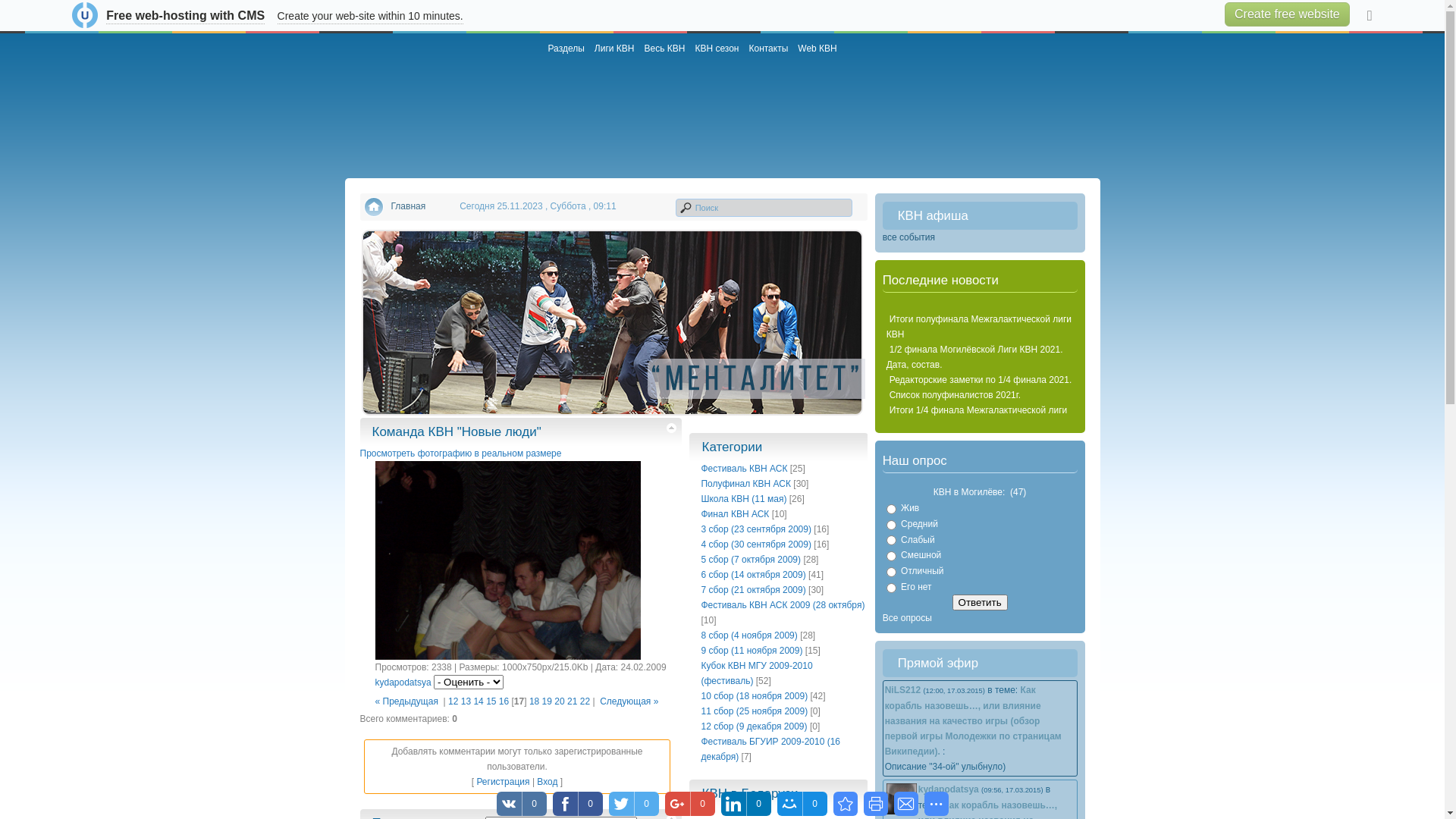 This screenshot has height=819, width=1456. I want to click on '21', so click(571, 701).